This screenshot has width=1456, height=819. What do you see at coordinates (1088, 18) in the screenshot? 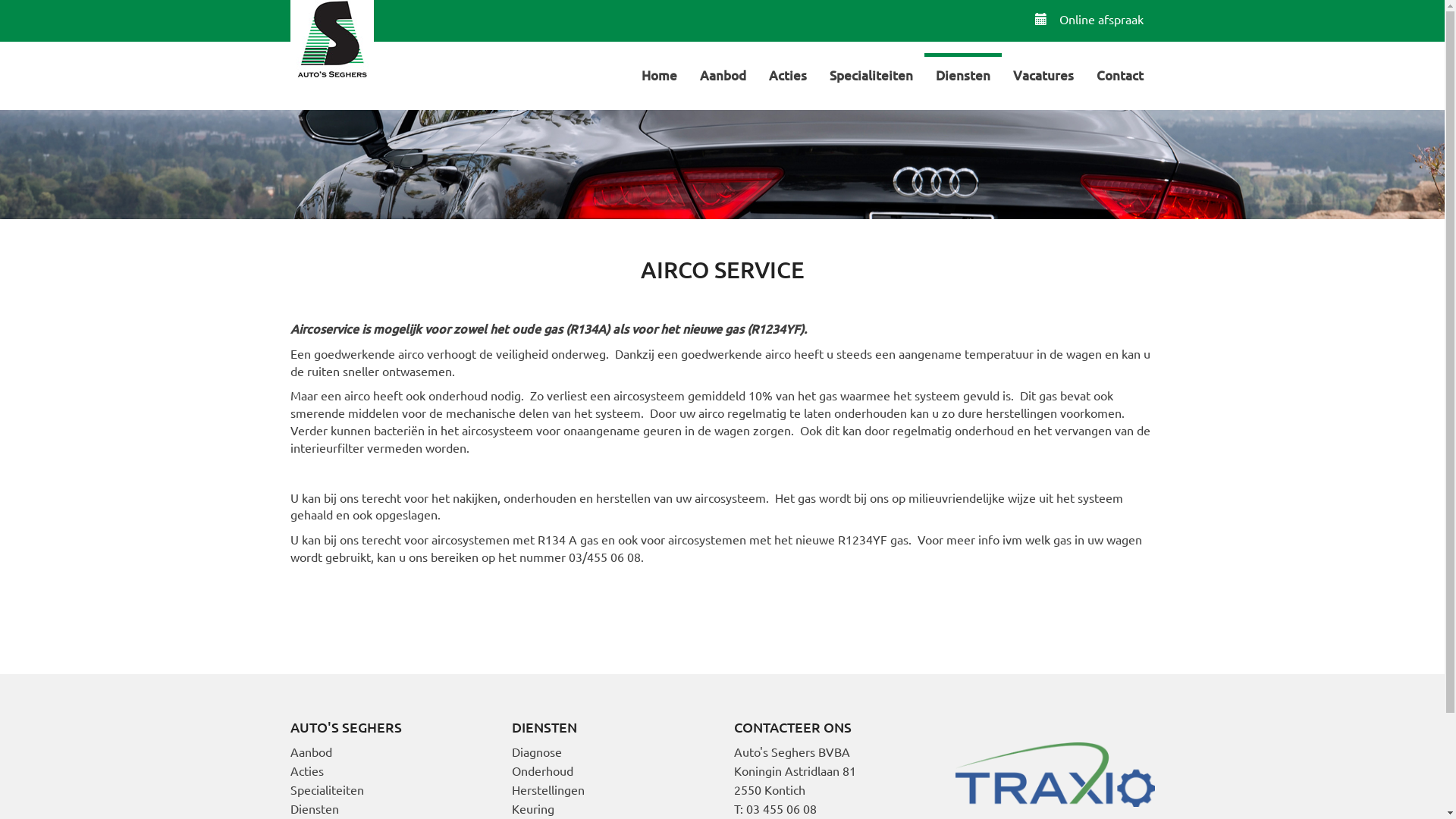
I see `' Online afspraak'` at bounding box center [1088, 18].